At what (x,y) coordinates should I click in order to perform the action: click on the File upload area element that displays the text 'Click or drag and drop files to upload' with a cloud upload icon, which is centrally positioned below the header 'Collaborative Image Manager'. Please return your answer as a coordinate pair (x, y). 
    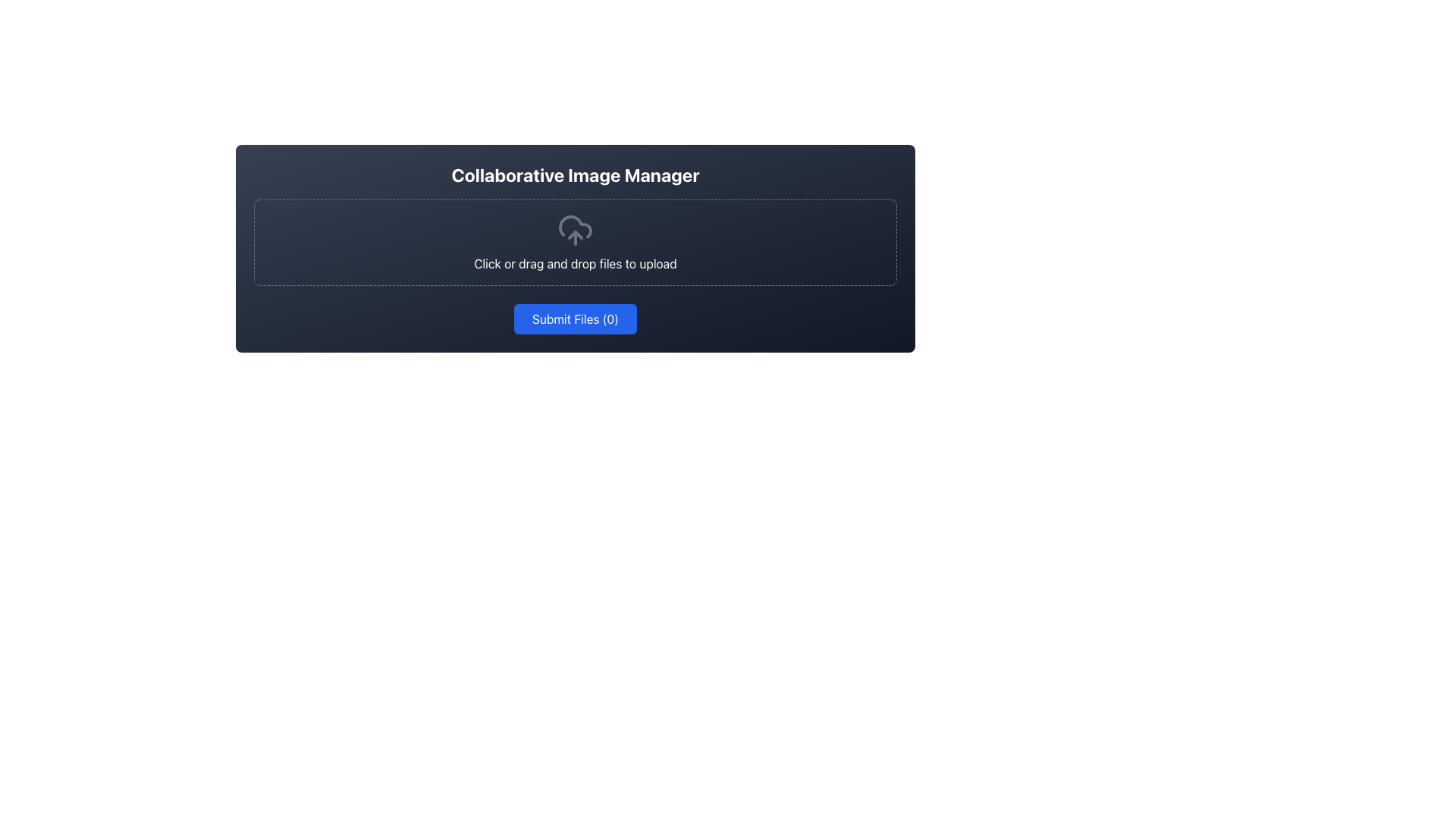
    Looking at the image, I should click on (574, 240).